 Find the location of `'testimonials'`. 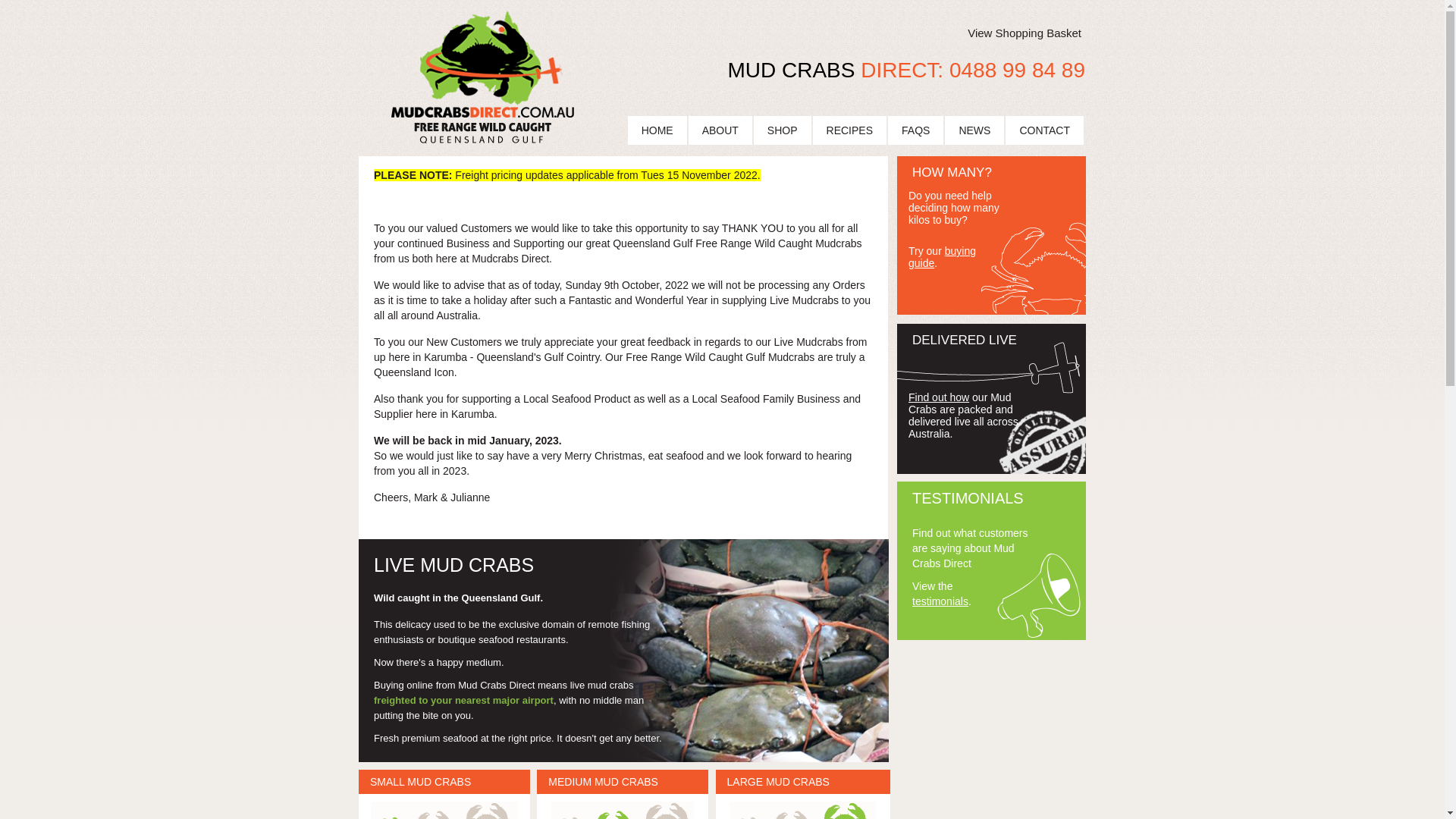

'testimonials' is located at coordinates (939, 601).